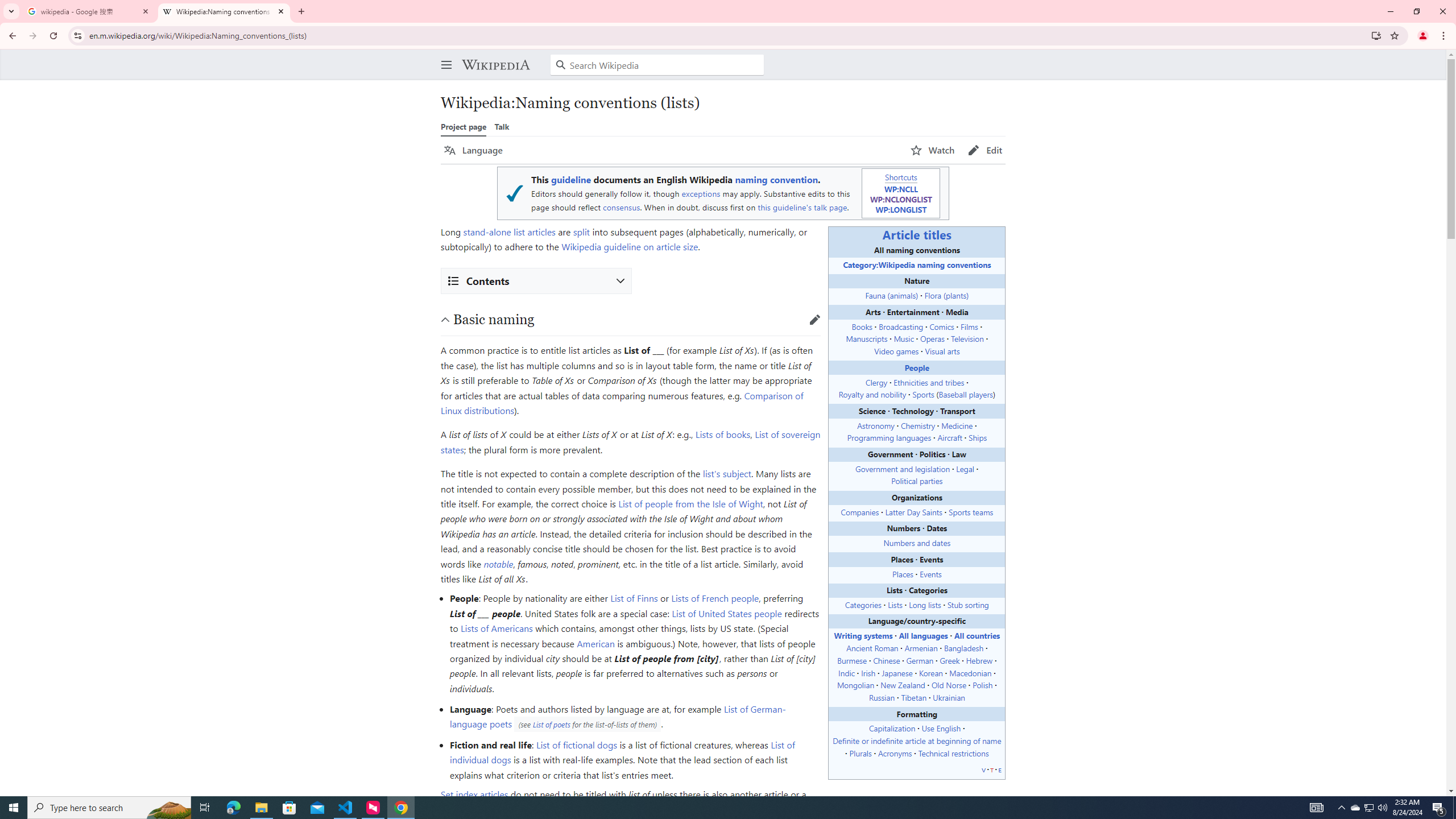  Describe the element at coordinates (932, 150) in the screenshot. I see `'Watch'` at that location.